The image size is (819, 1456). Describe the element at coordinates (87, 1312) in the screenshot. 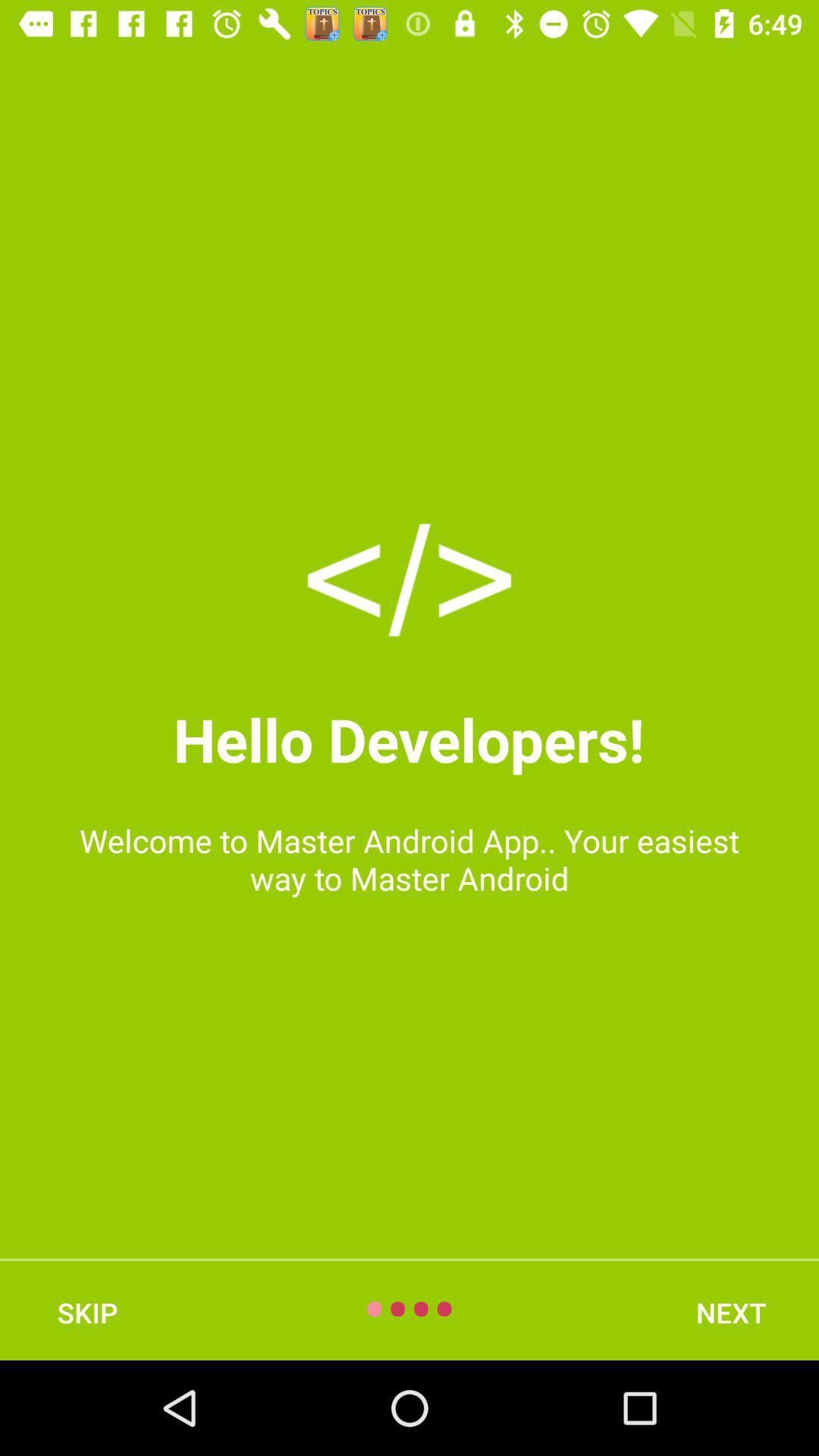

I see `icon at the bottom left corner` at that location.